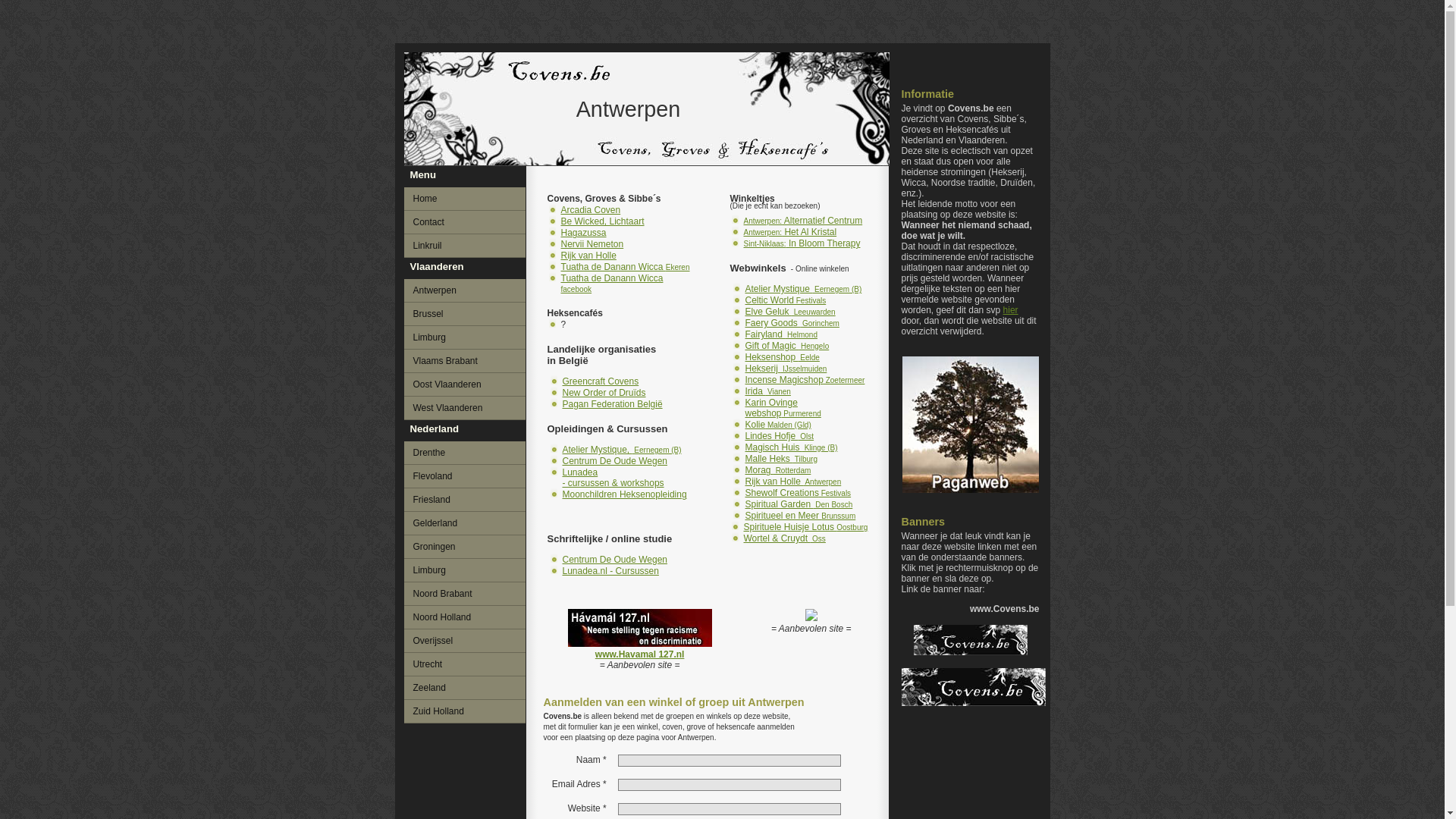  I want to click on 'Fairyland  Helmond', so click(781, 333).